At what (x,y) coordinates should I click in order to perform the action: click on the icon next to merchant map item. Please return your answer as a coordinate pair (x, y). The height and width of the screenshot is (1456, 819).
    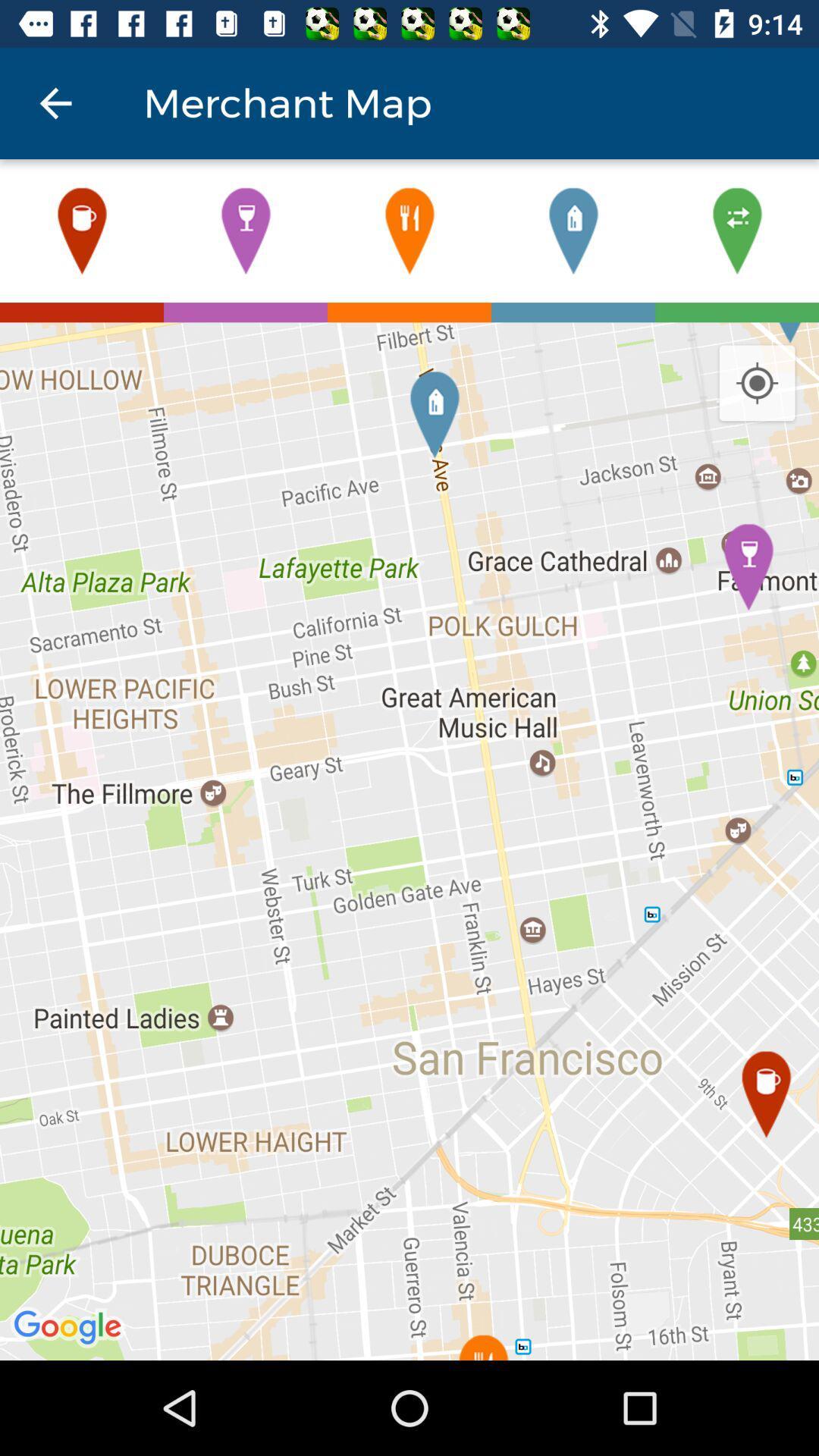
    Looking at the image, I should click on (55, 102).